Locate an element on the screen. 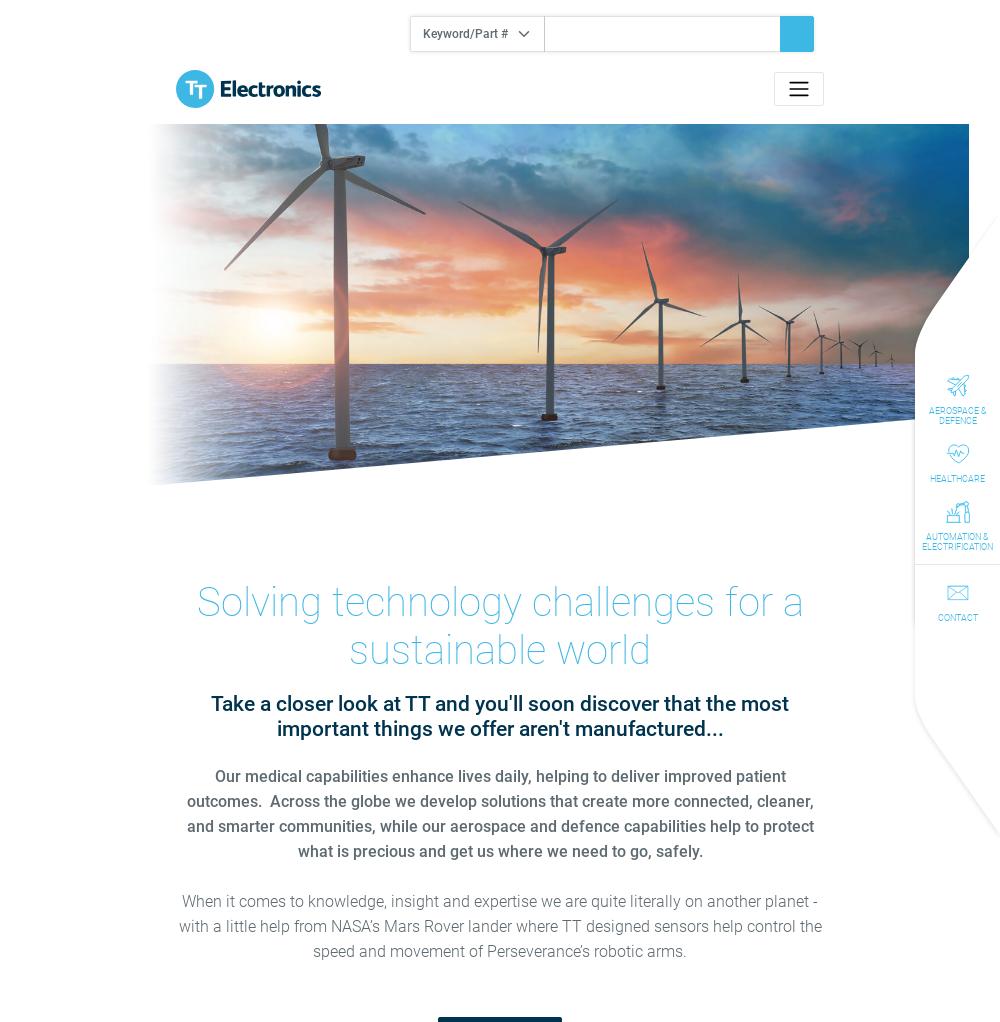 The width and height of the screenshot is (1000, 1022). 'Cookiebot by Usercentrics' is located at coordinates (537, 671).